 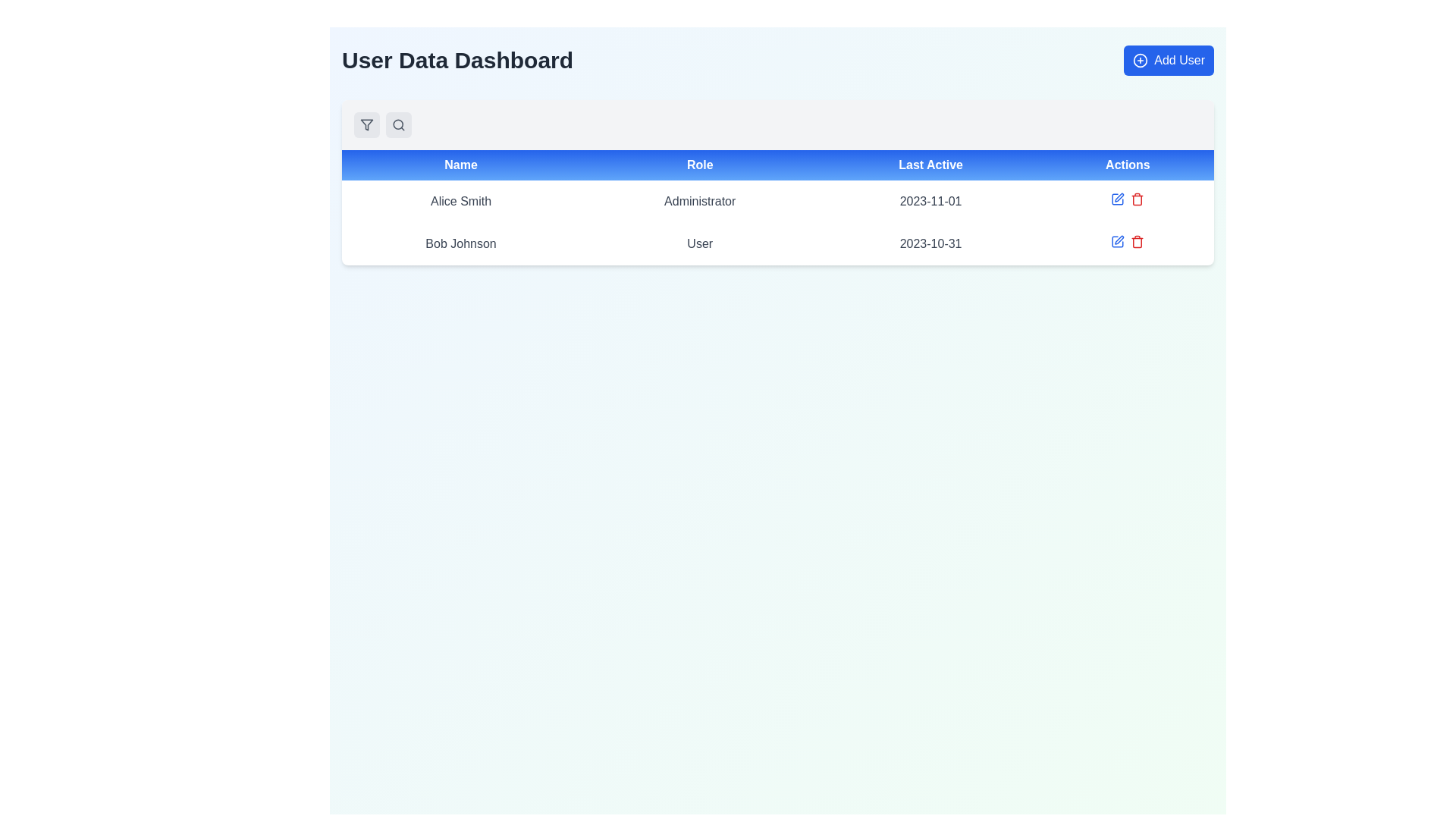 I want to click on the blue rectangular label containing the text 'Actions', which is the rightmost label in a header row of a structured table, so click(x=1128, y=165).